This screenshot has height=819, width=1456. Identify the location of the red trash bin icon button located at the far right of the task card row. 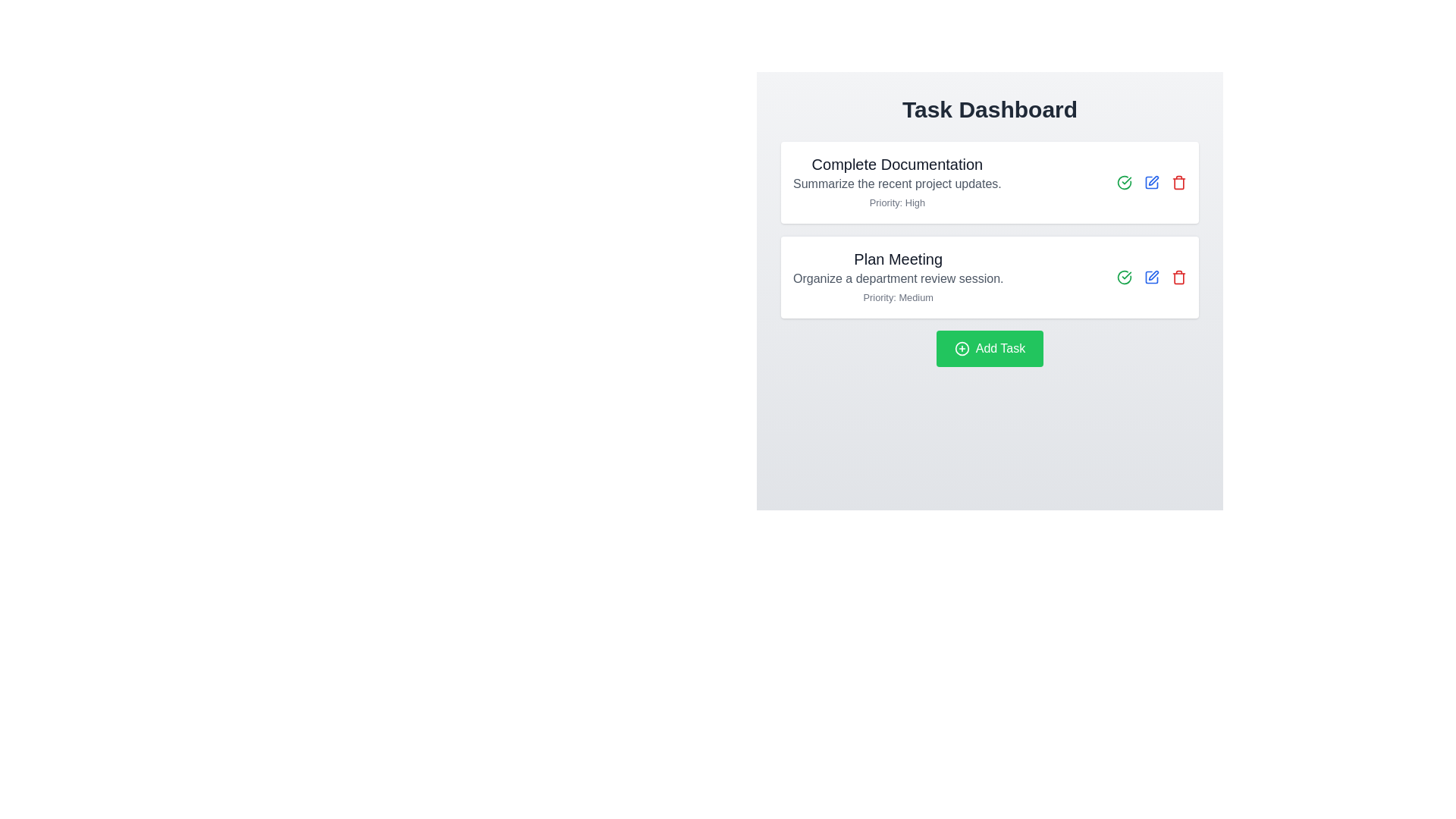
(1178, 278).